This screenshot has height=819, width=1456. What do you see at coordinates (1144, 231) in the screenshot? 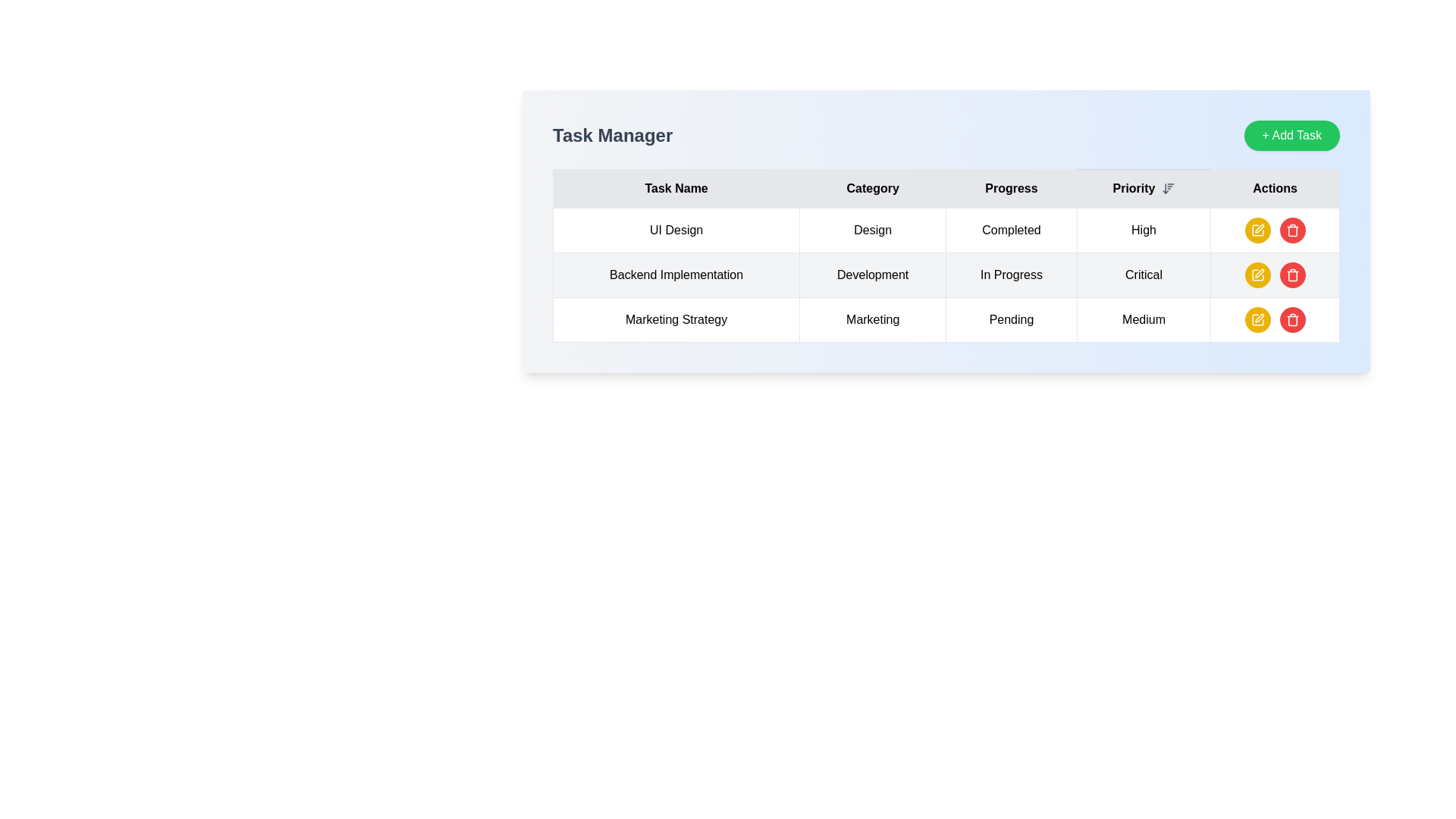
I see `text element indicating 'High' priority located in the fourth column of the first row of the task information table` at bounding box center [1144, 231].